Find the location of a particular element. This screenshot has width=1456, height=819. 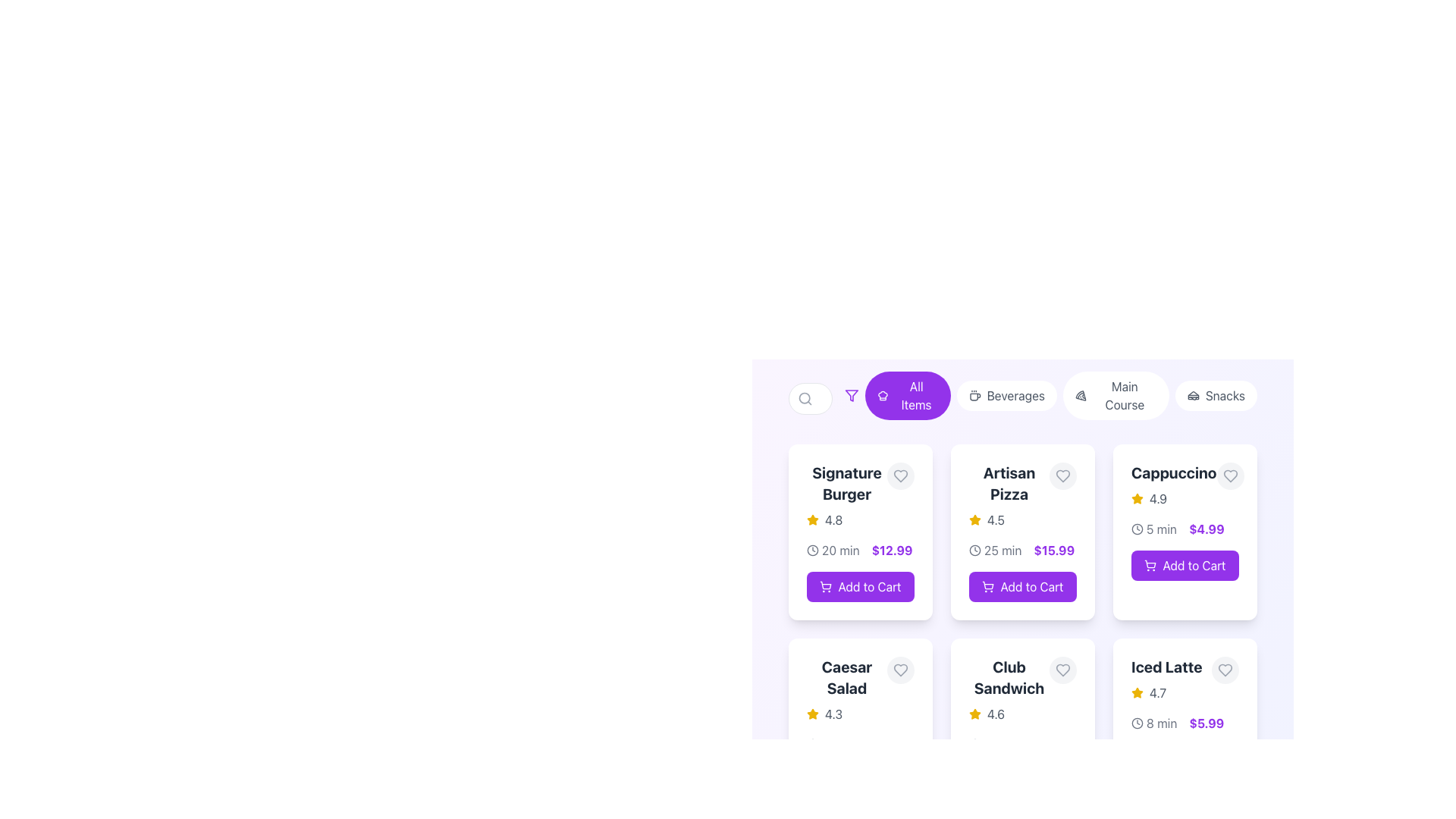

the 'Add to Cart' button located at the bottom of the card displaying information about 'Artisan Pizza' is located at coordinates (1022, 539).